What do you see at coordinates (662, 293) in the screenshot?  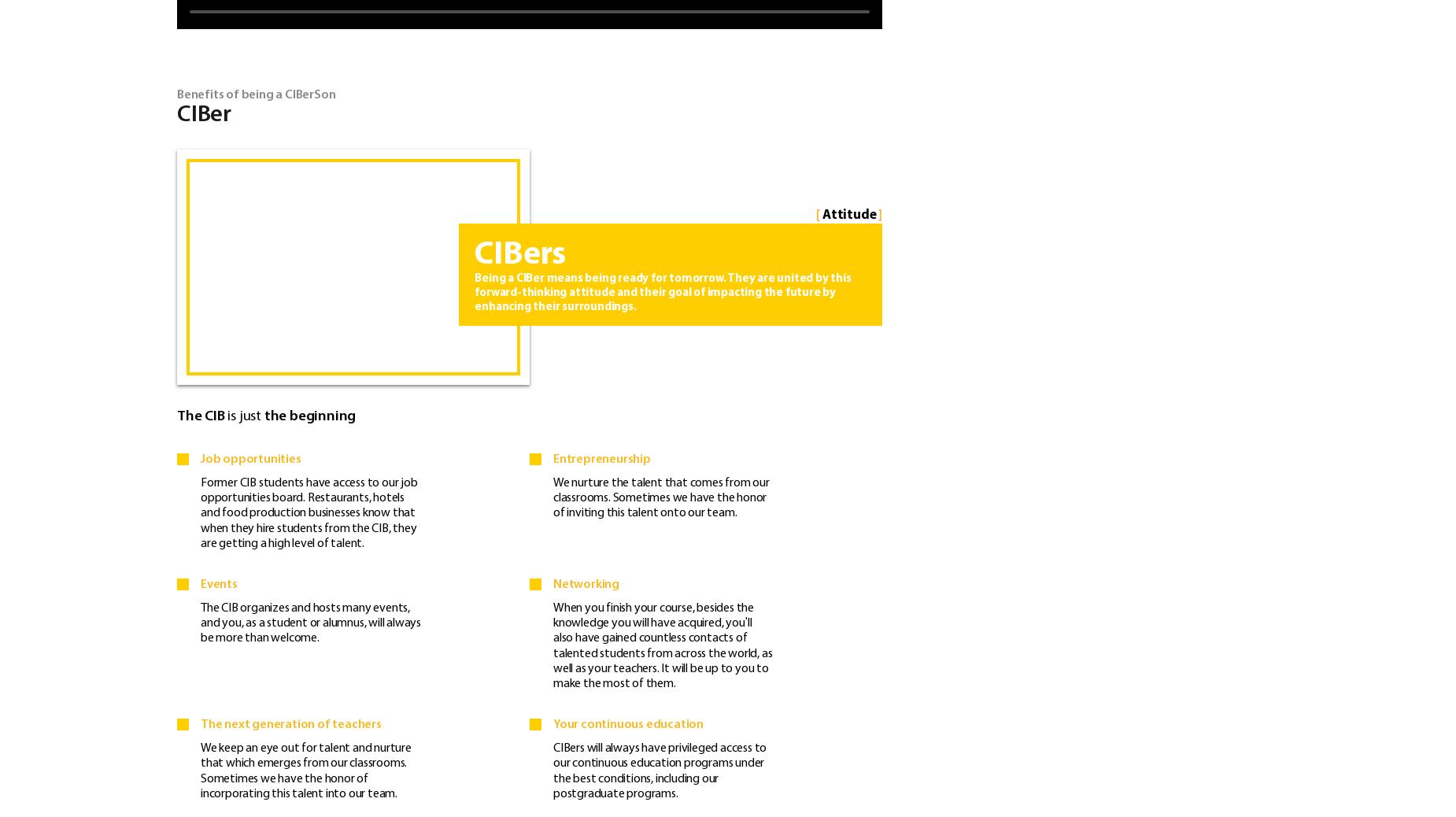 I see `'Being a CIBer means being ready for tomorrow. They are united by this forward-thinking attitude and their goal of impacting the future by enhancing their surroundings.'` at bounding box center [662, 293].